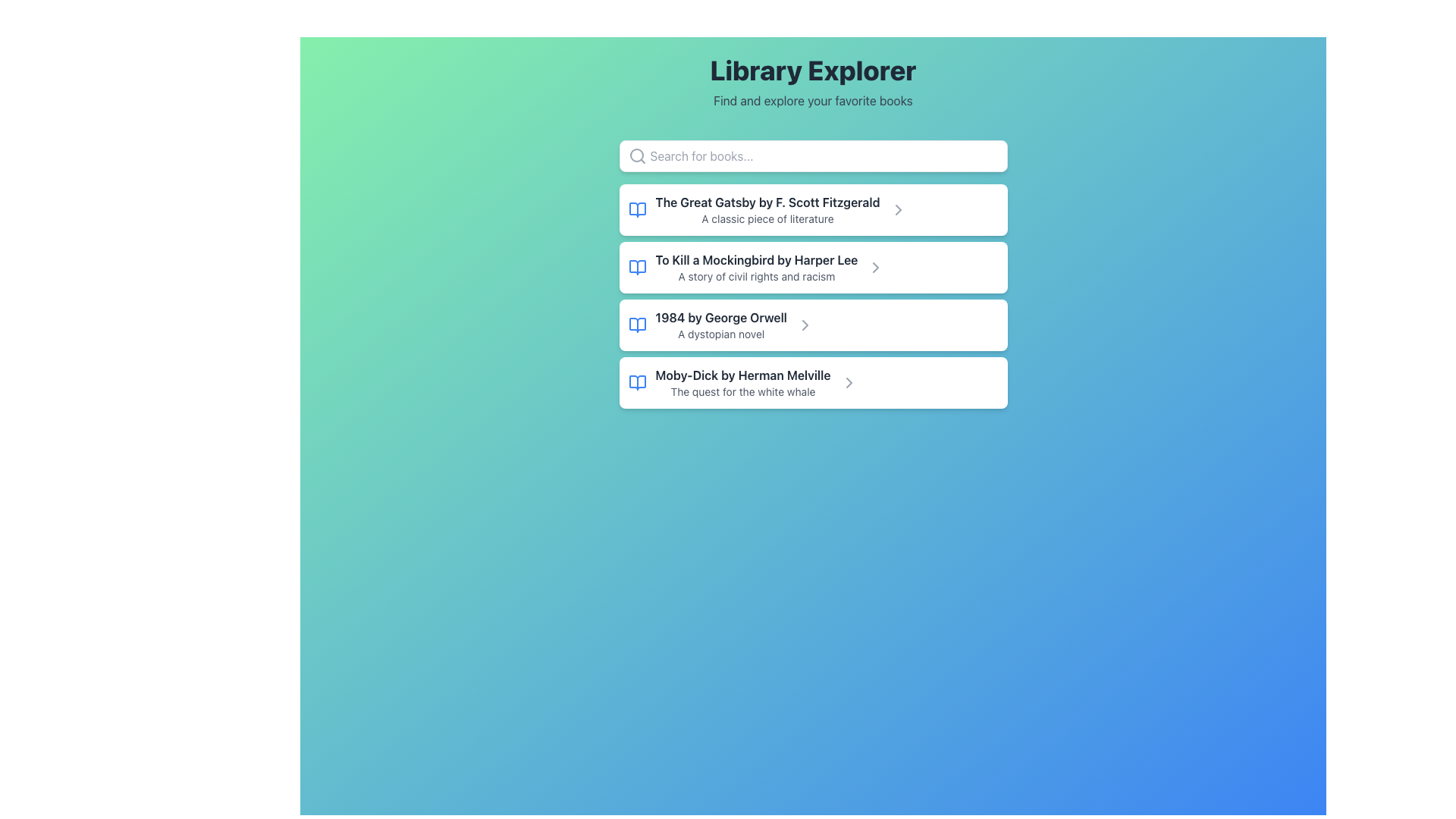 This screenshot has height=819, width=1456. Describe the element at coordinates (812, 267) in the screenshot. I see `the second list item titled 'To Kill a Mockingbird by Harper Lee'` at that location.